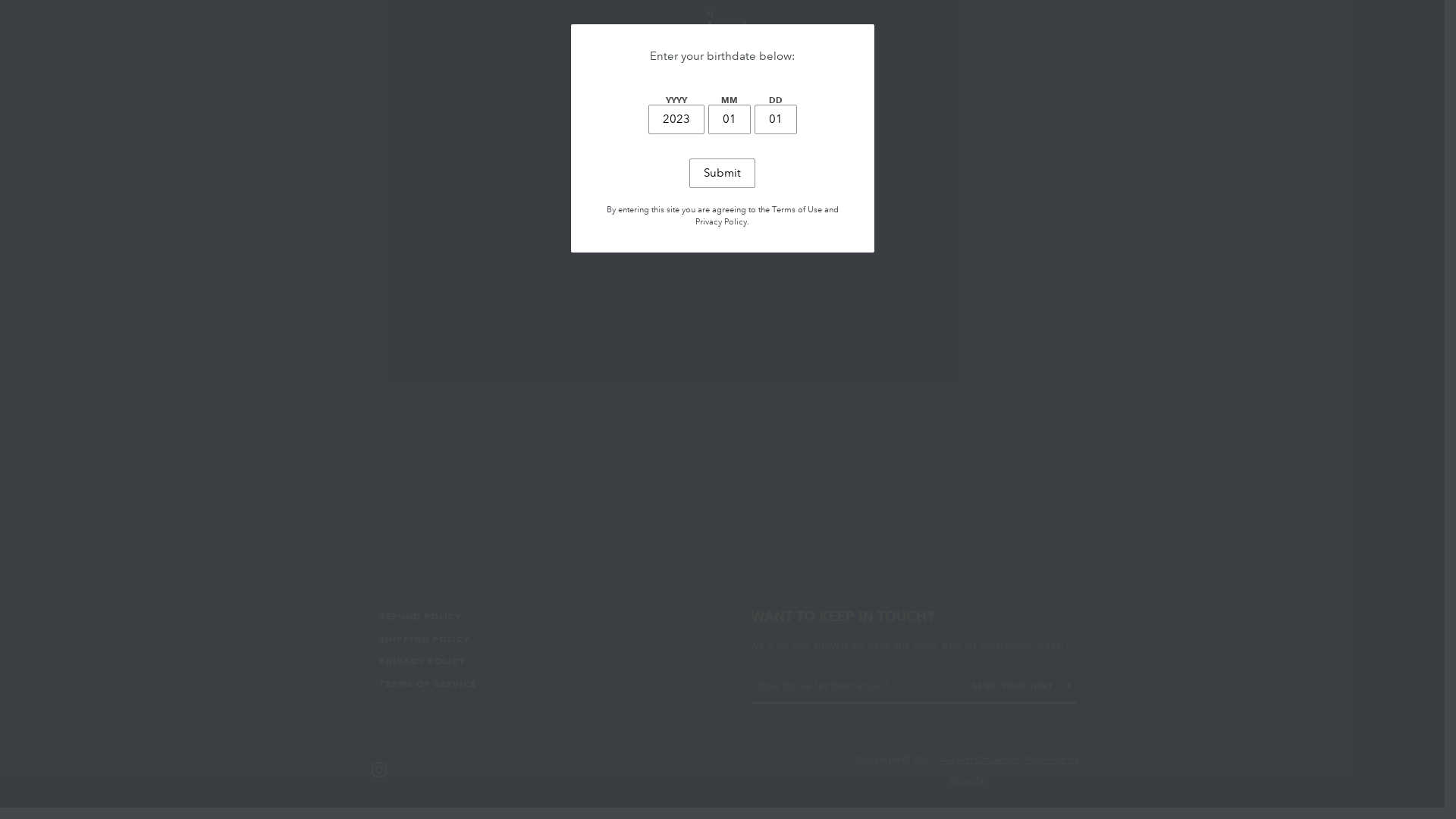 The image size is (1456, 819). Describe the element at coordinates (371, 768) in the screenshot. I see `'Instagram'` at that location.